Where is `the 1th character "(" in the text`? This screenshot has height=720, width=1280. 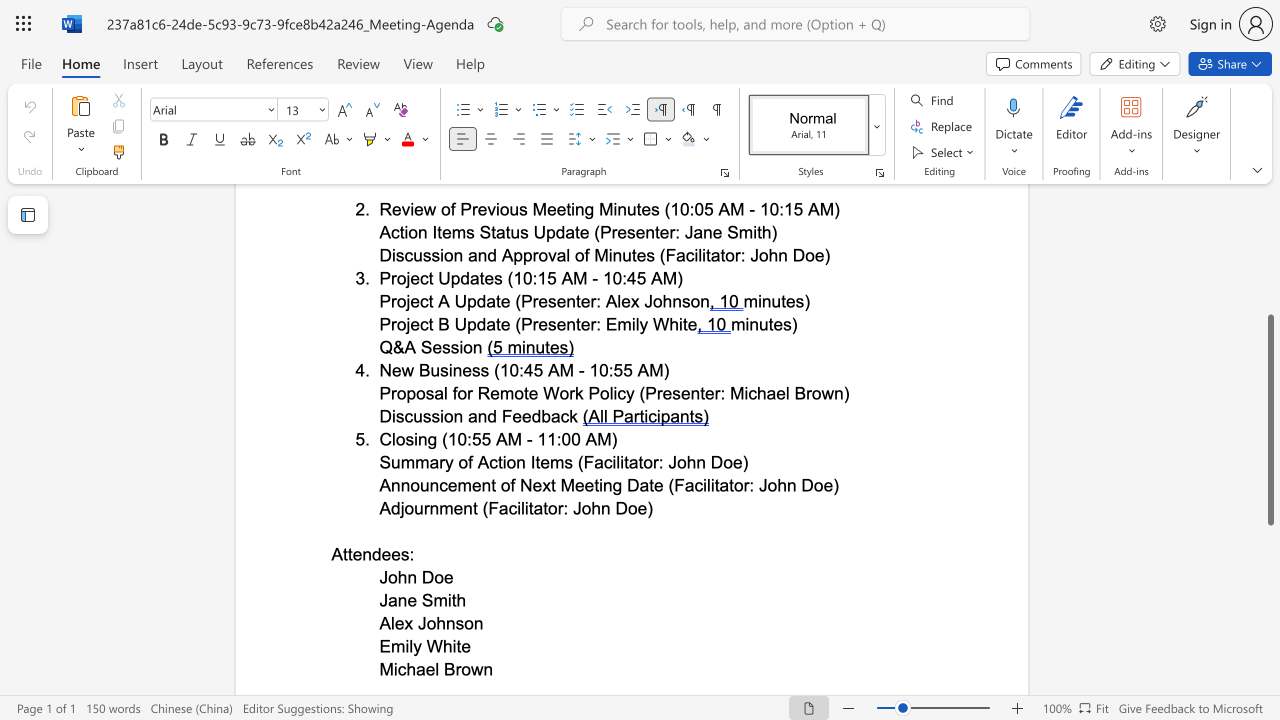 the 1th character "(" in the text is located at coordinates (444, 438).